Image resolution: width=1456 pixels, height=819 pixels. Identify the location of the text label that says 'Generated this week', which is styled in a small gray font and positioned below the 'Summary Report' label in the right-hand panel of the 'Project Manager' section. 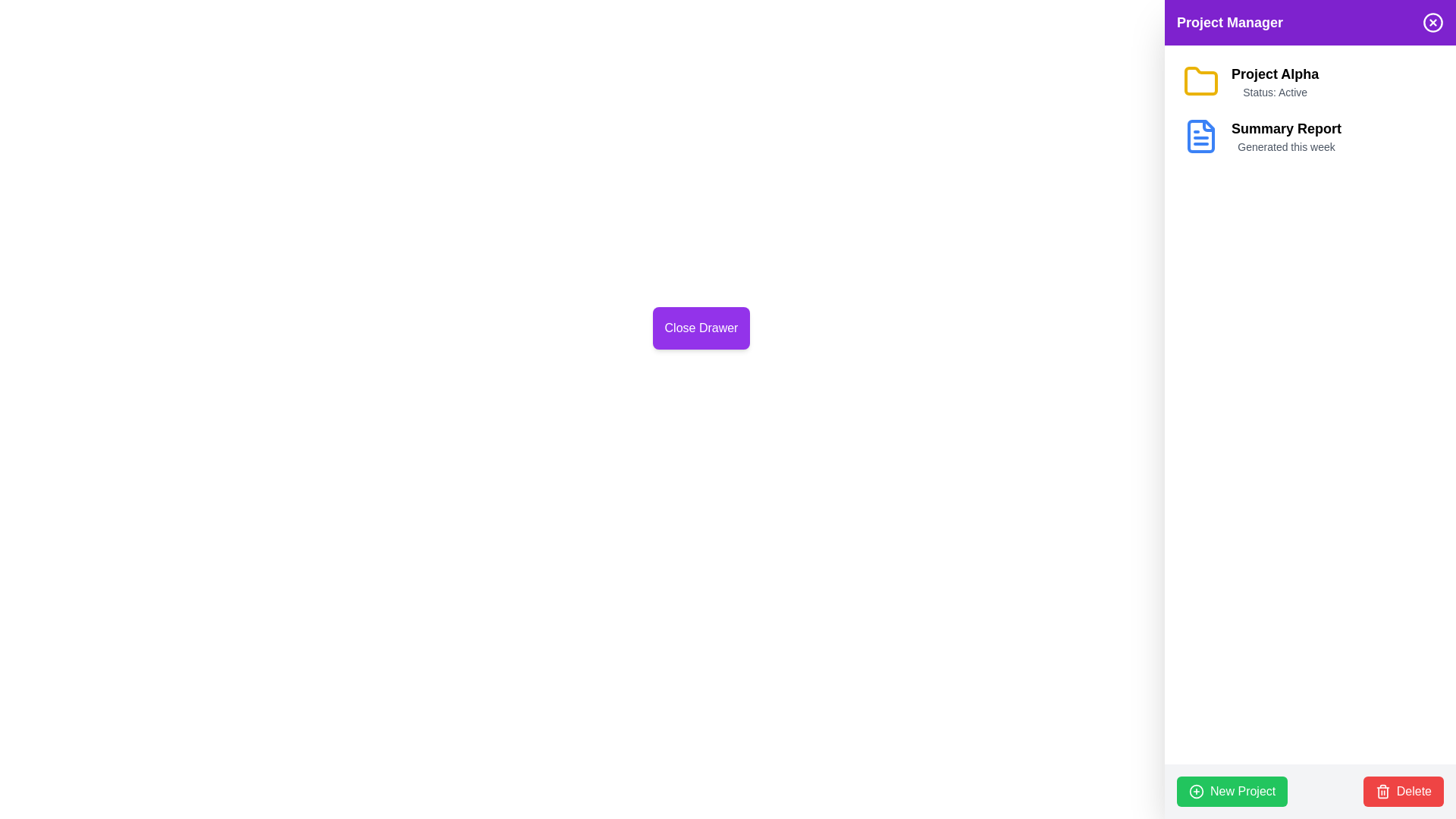
(1285, 146).